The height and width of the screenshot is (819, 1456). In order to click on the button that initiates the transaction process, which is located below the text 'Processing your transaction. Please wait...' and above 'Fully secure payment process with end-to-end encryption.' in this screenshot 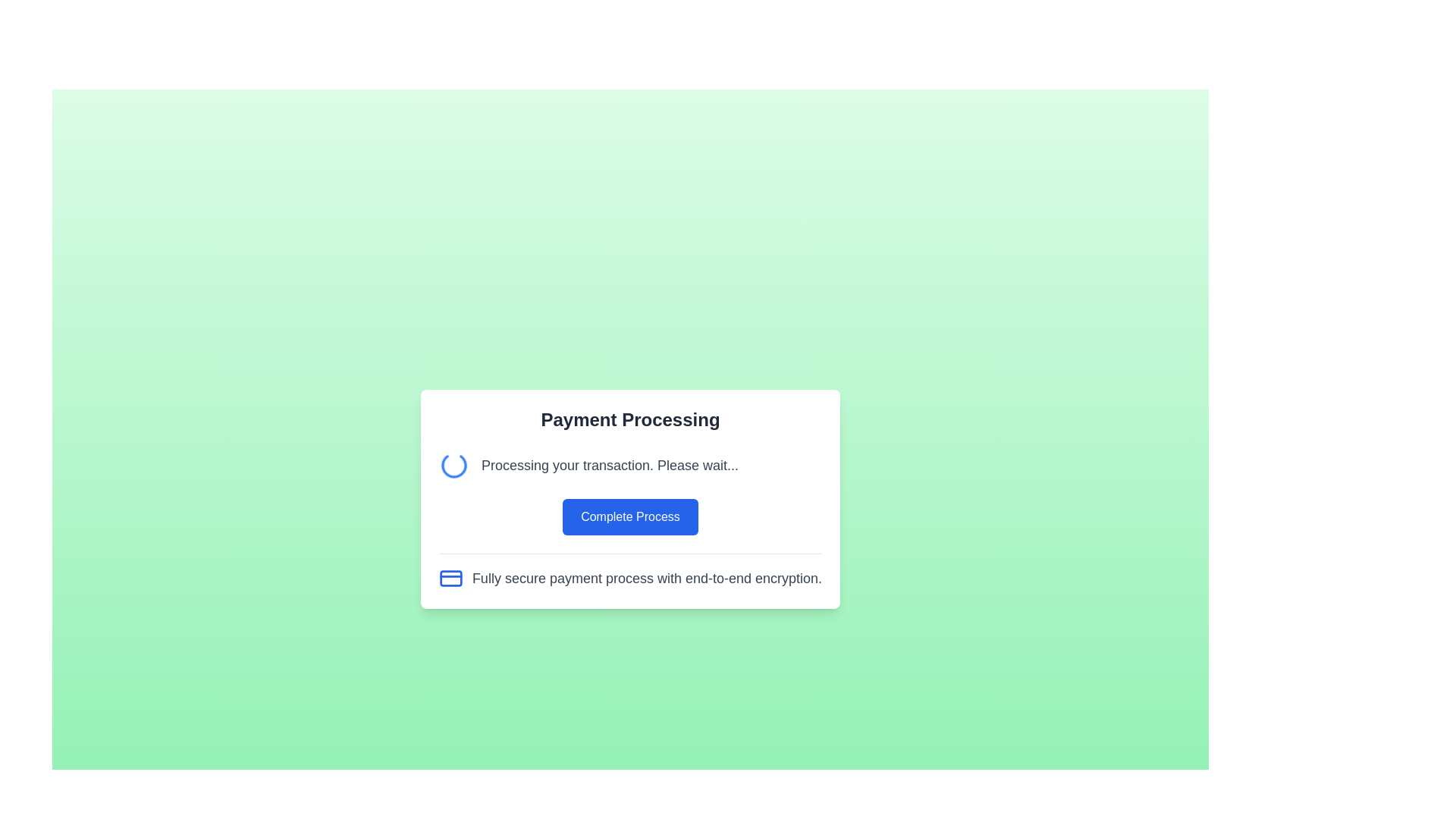, I will do `click(630, 516)`.